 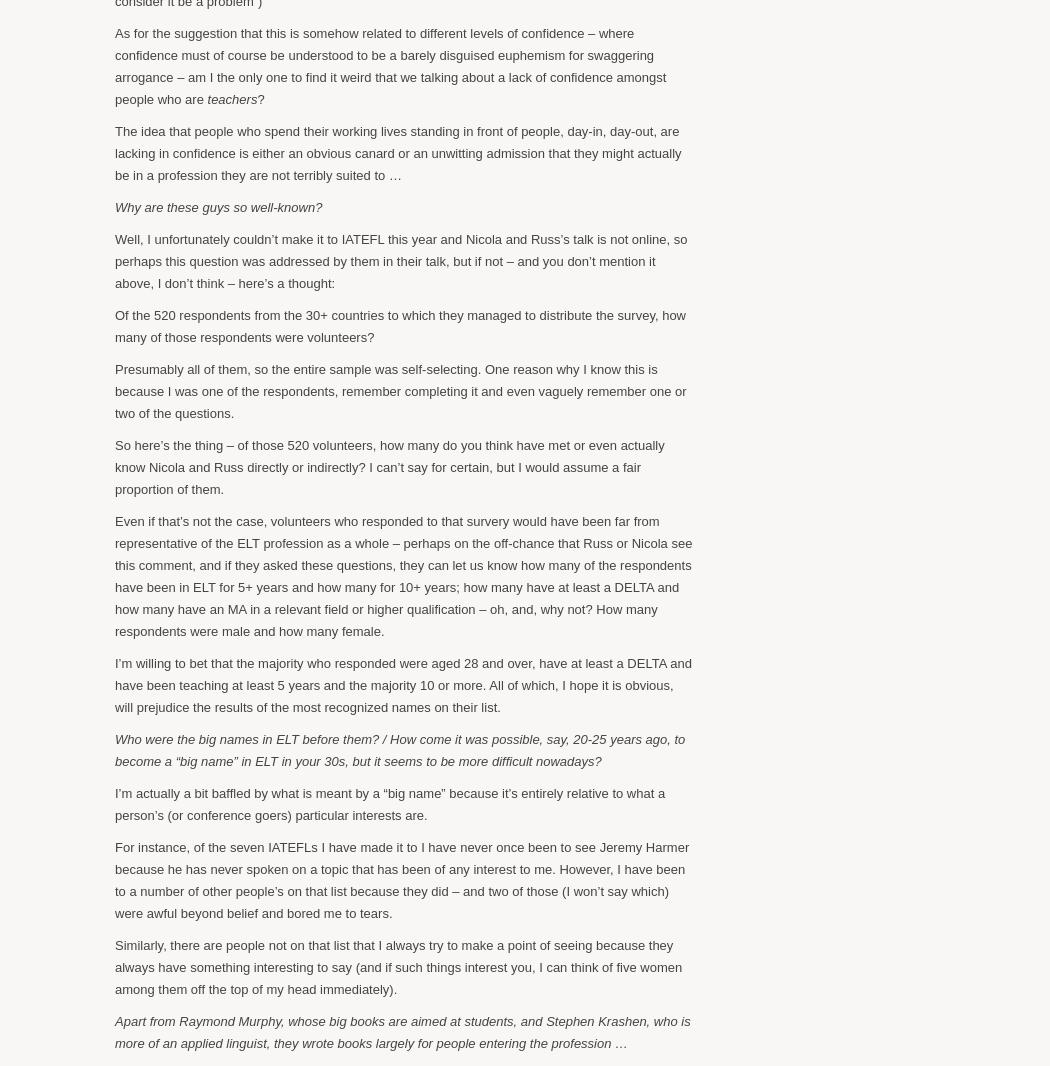 I want to click on 'Who were the big names in ELT before them? / How come it was possible, say, 20-25 years ago, to become a “big name” in ELT in your 30s, but it seems to be more difficult nowadays?', so click(x=400, y=748).